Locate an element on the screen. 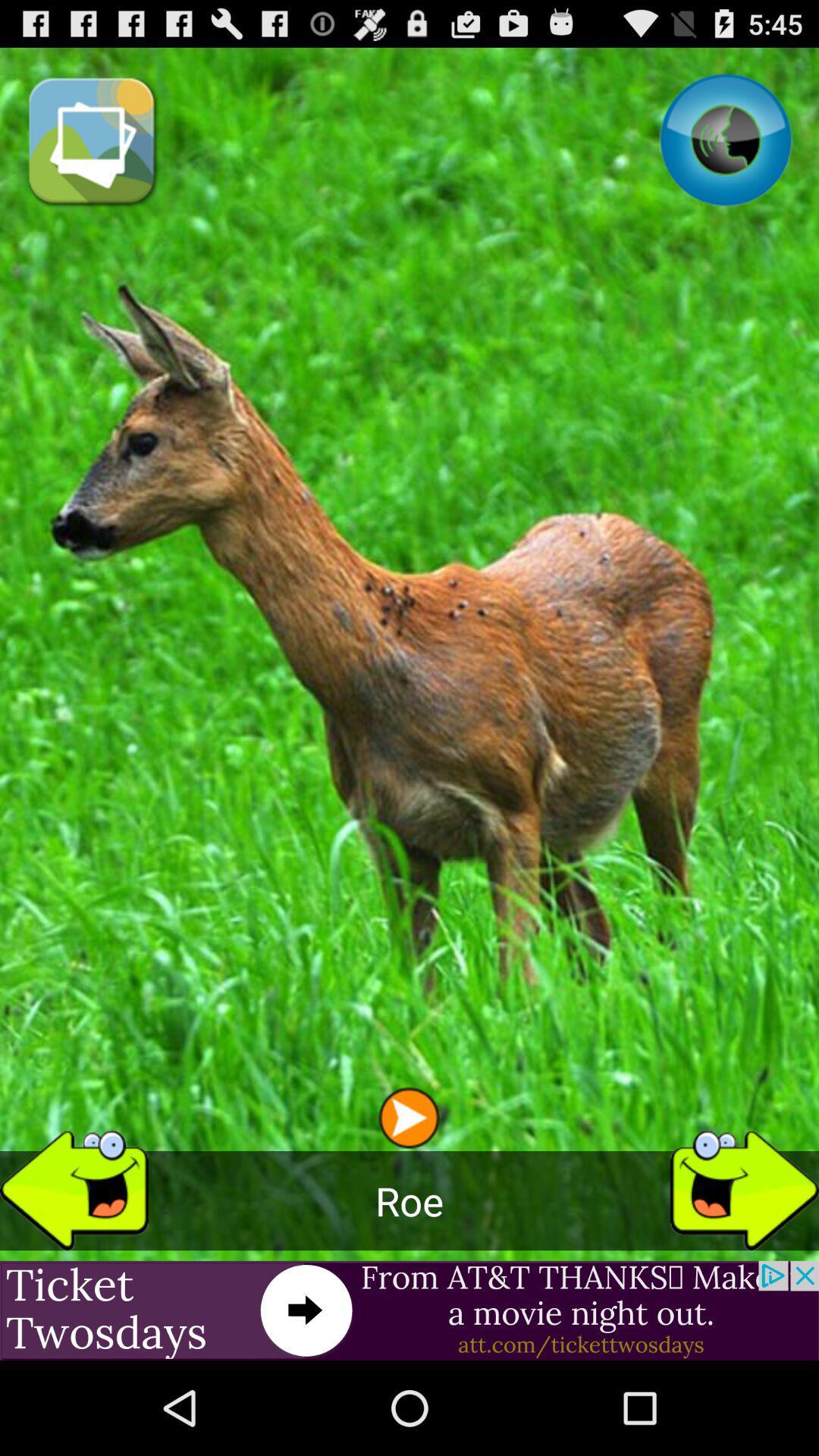  item at the top right corner is located at coordinates (725, 140).